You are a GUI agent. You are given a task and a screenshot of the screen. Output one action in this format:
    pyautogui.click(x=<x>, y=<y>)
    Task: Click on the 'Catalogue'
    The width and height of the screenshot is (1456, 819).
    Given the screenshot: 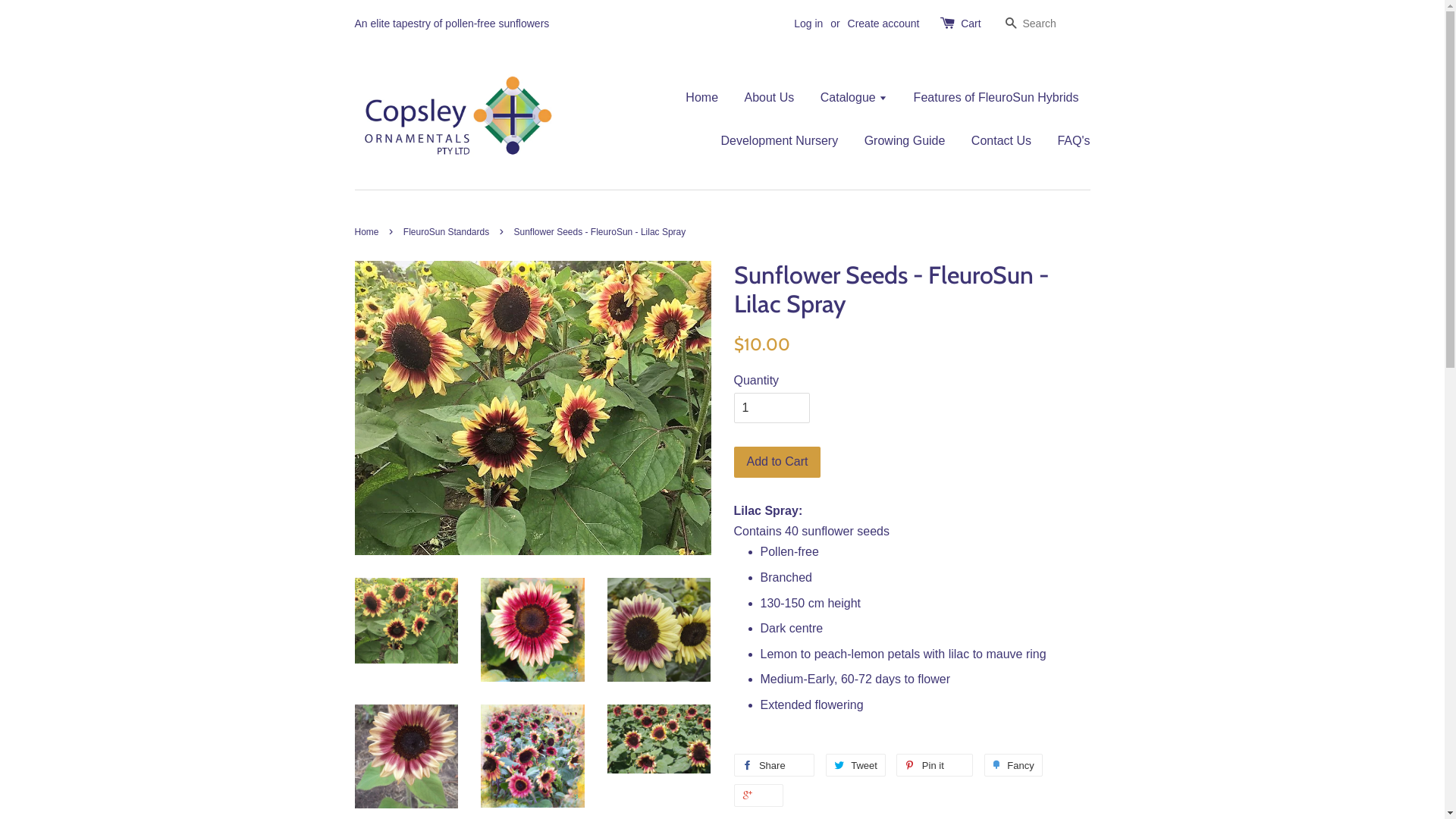 What is the action you would take?
    pyautogui.click(x=854, y=97)
    